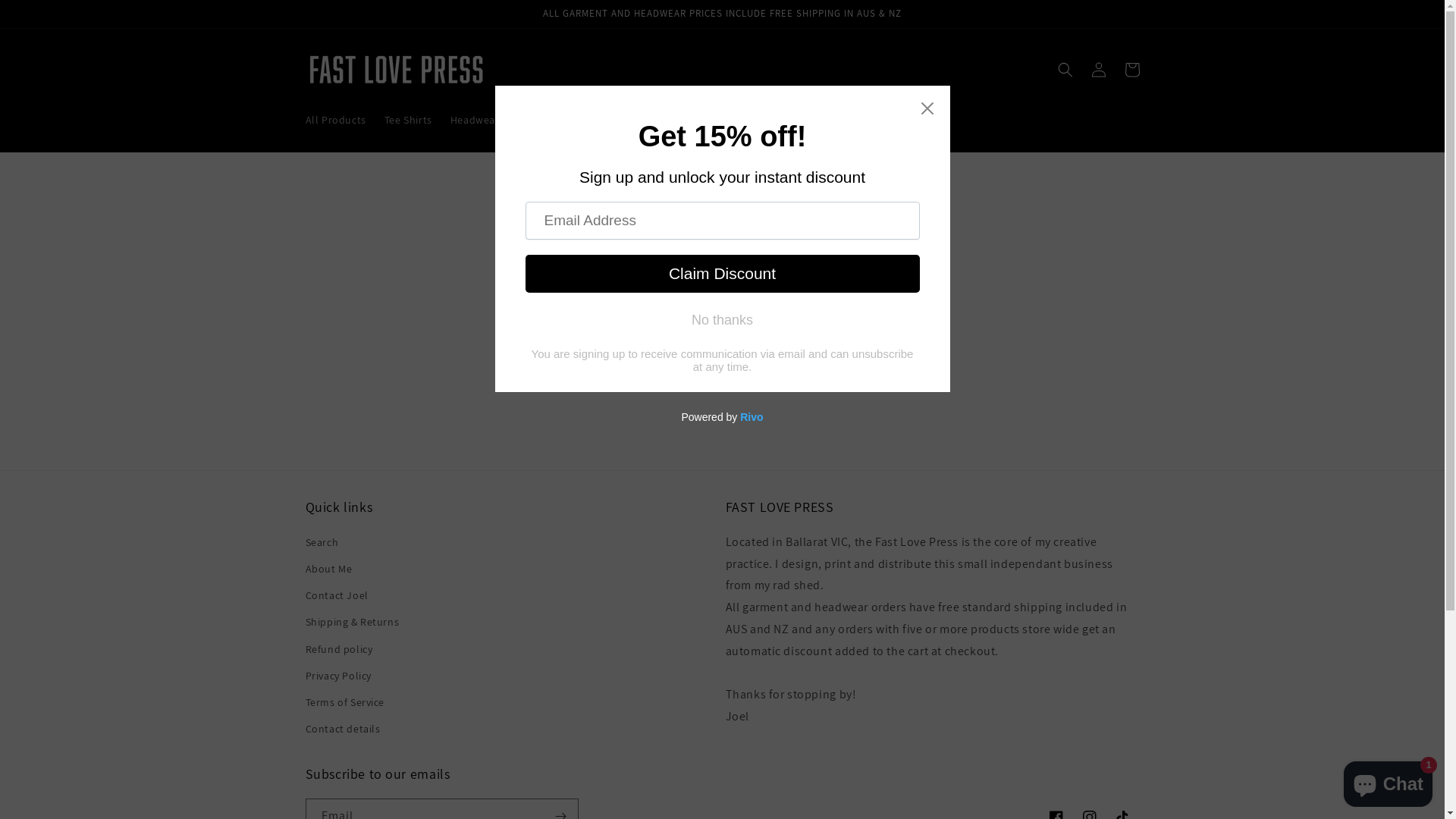  I want to click on 'Shopify online store chat', so click(1388, 780).